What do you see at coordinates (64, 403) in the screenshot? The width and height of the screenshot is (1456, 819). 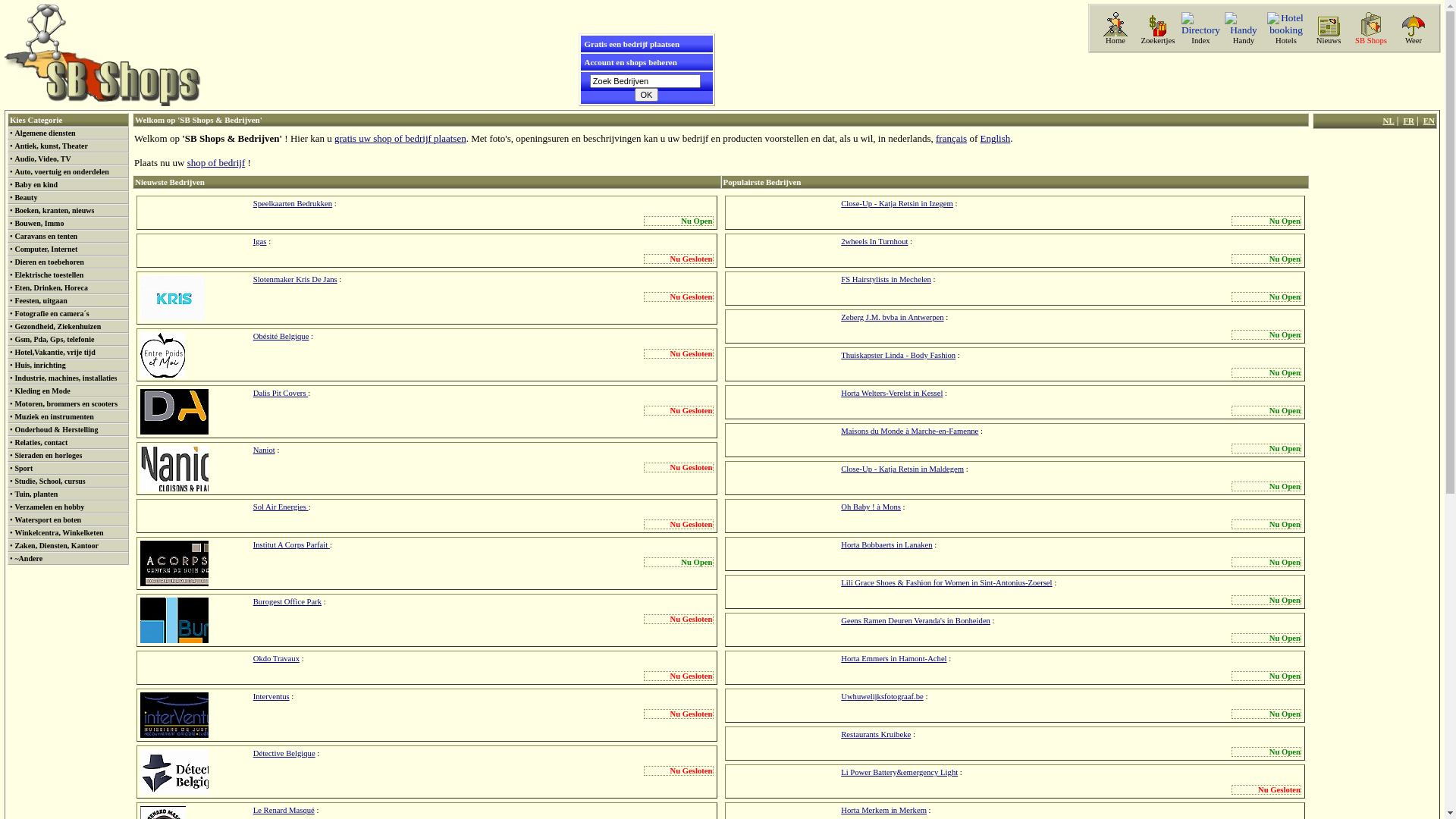 I see `'Motoren, brommers en scooters'` at bounding box center [64, 403].